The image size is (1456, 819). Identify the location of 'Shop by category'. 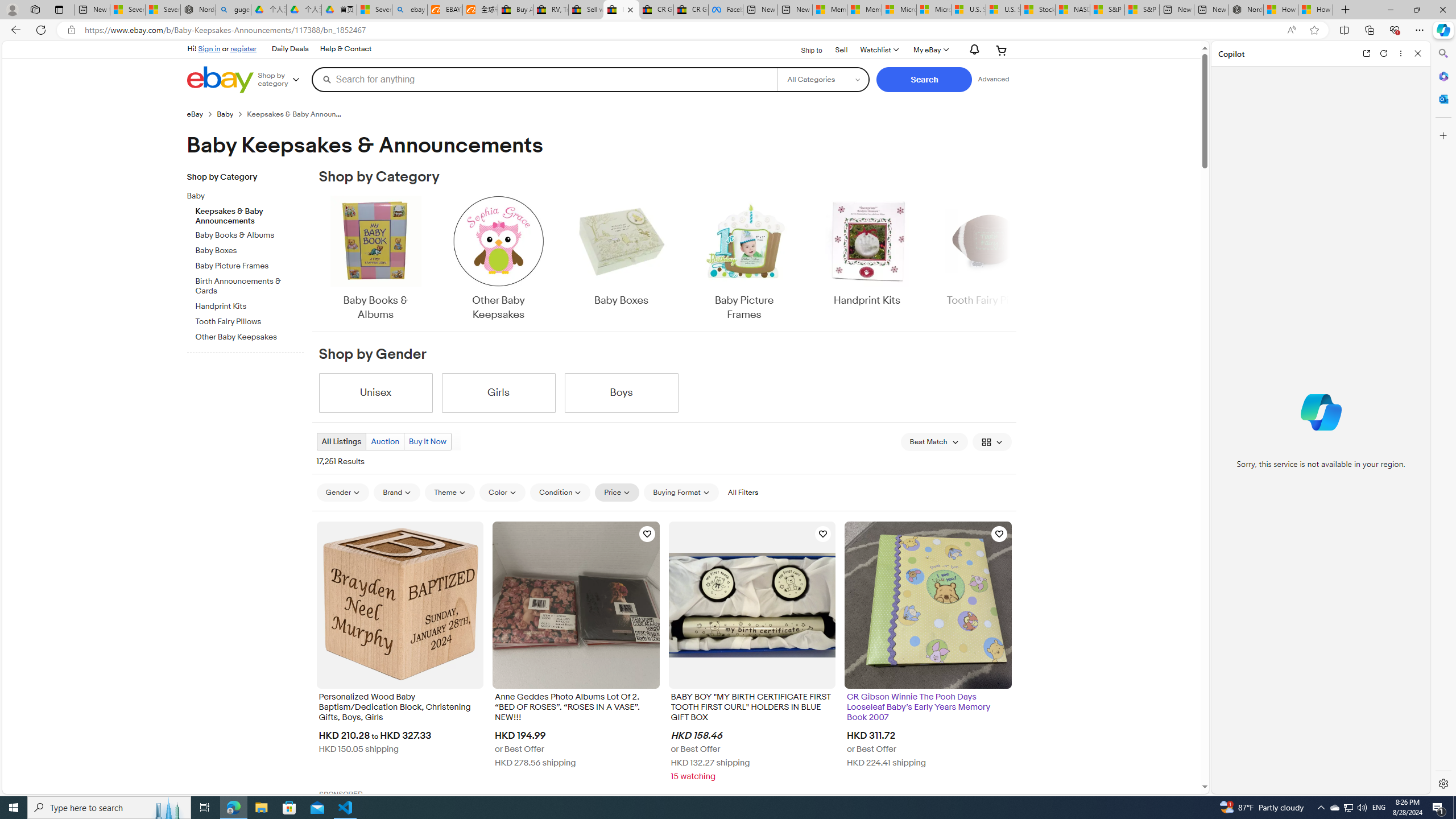
(283, 78).